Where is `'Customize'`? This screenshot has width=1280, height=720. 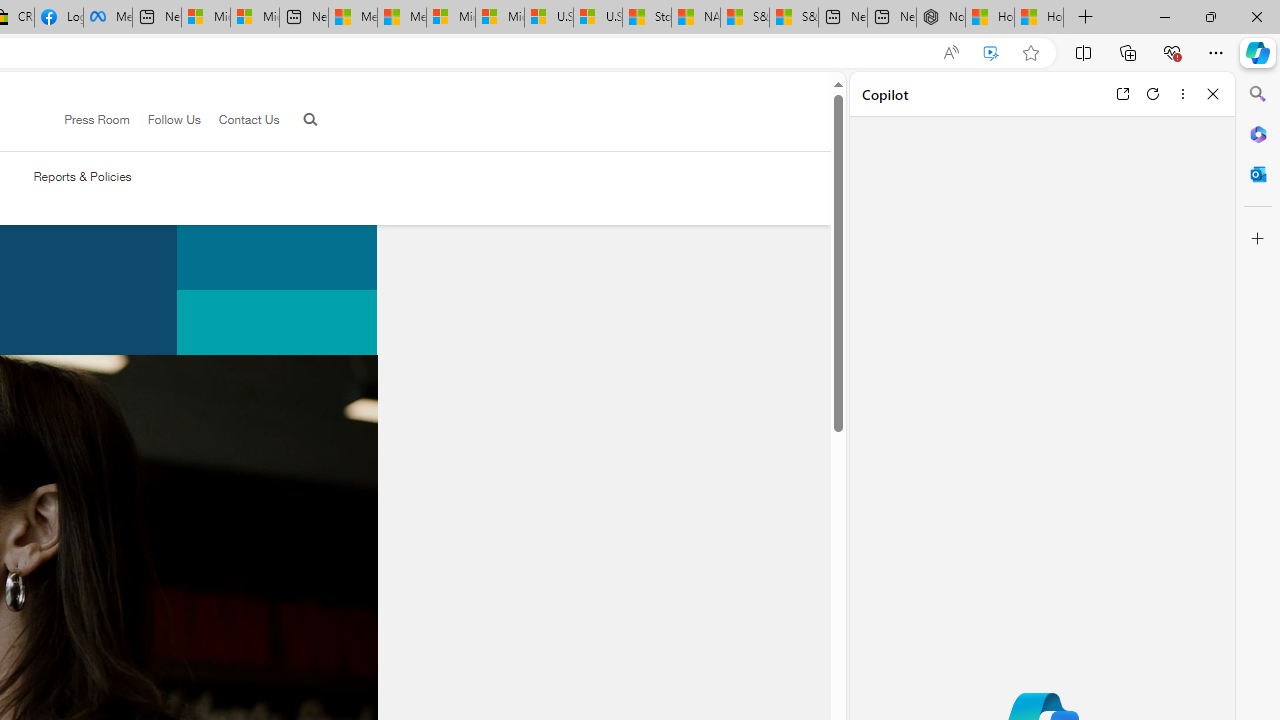 'Customize' is located at coordinates (1257, 238).